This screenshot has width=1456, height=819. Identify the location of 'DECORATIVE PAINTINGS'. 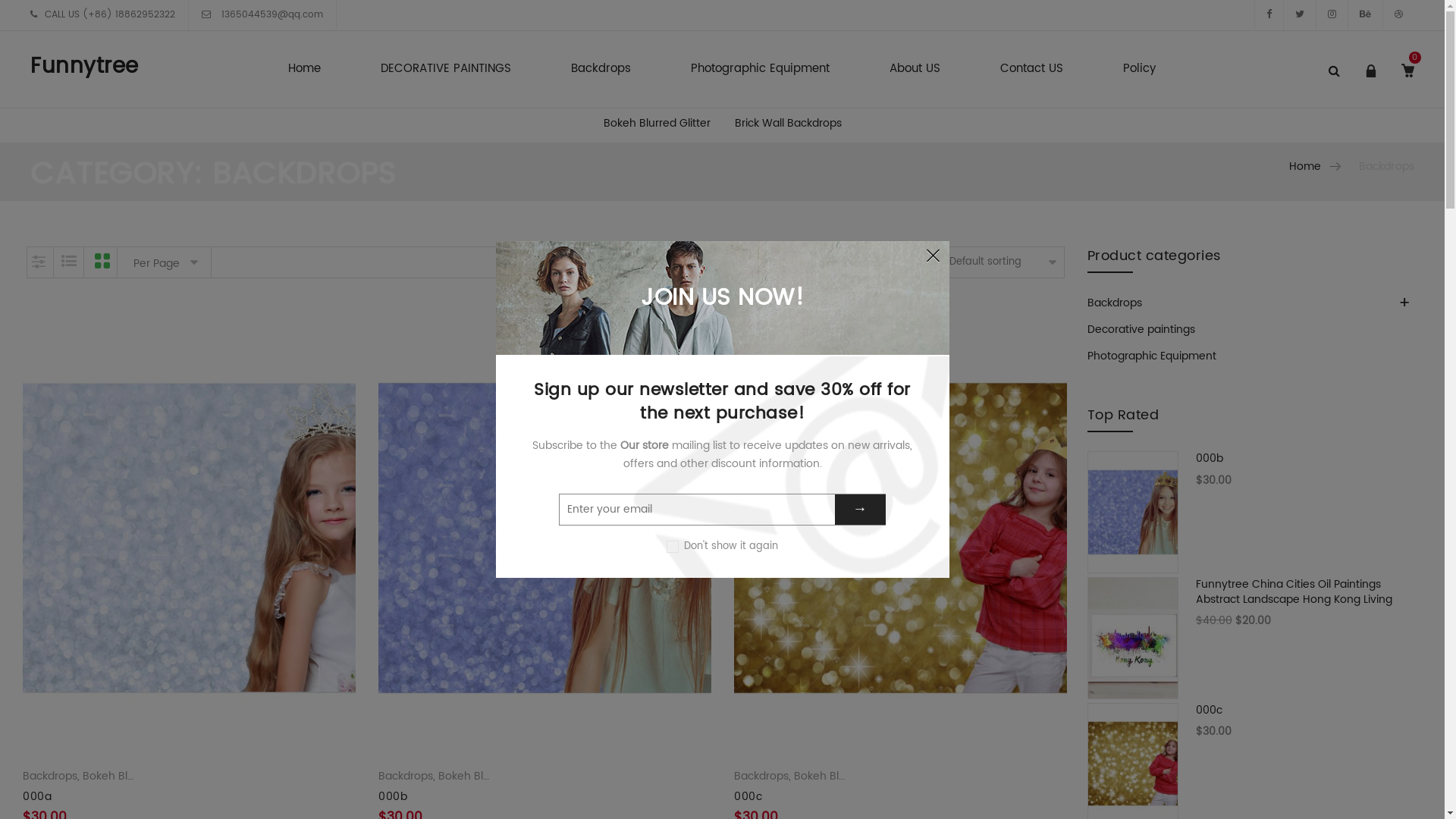
(445, 70).